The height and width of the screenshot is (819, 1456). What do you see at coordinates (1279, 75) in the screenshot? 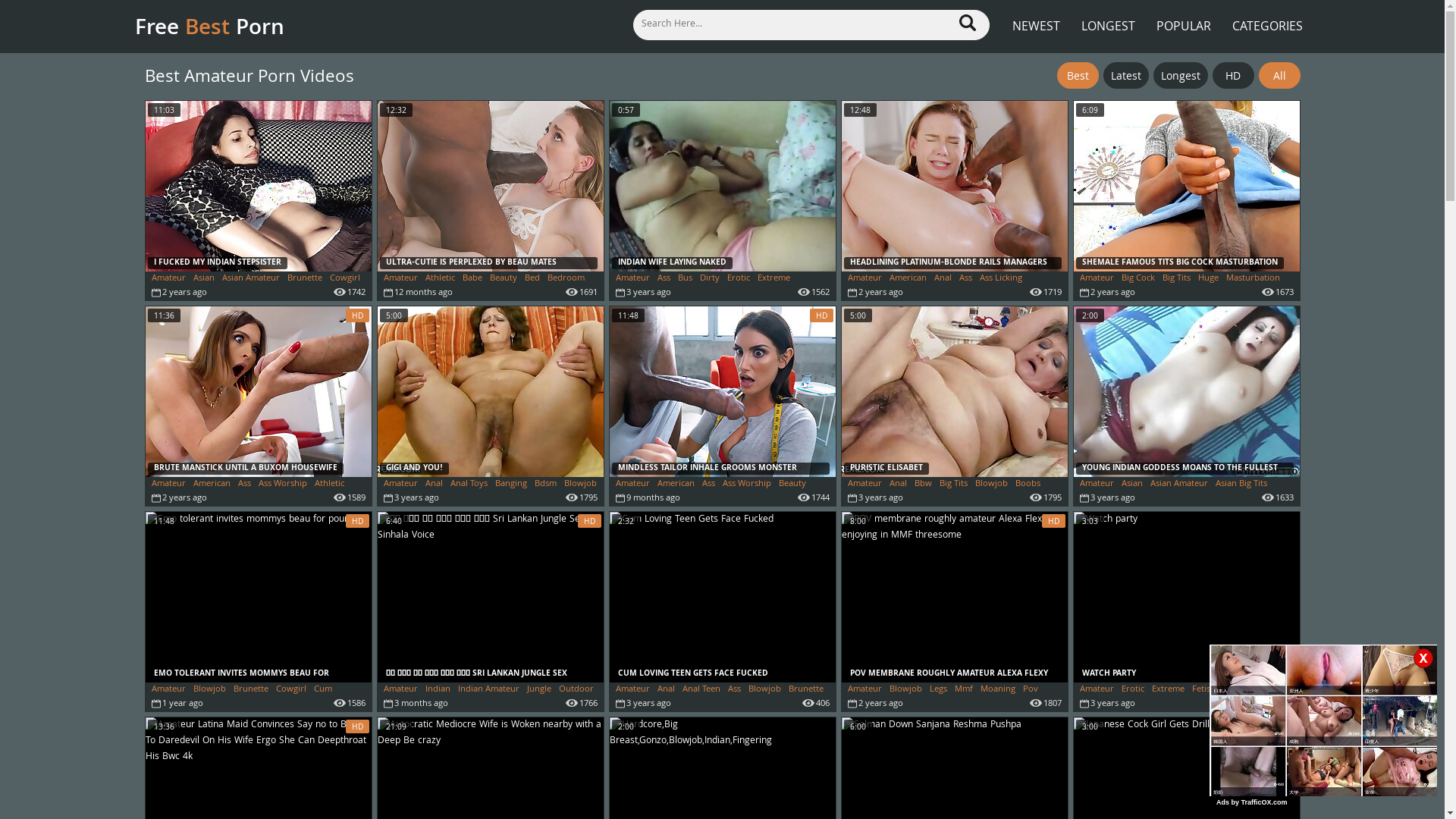
I see `'All'` at bounding box center [1279, 75].